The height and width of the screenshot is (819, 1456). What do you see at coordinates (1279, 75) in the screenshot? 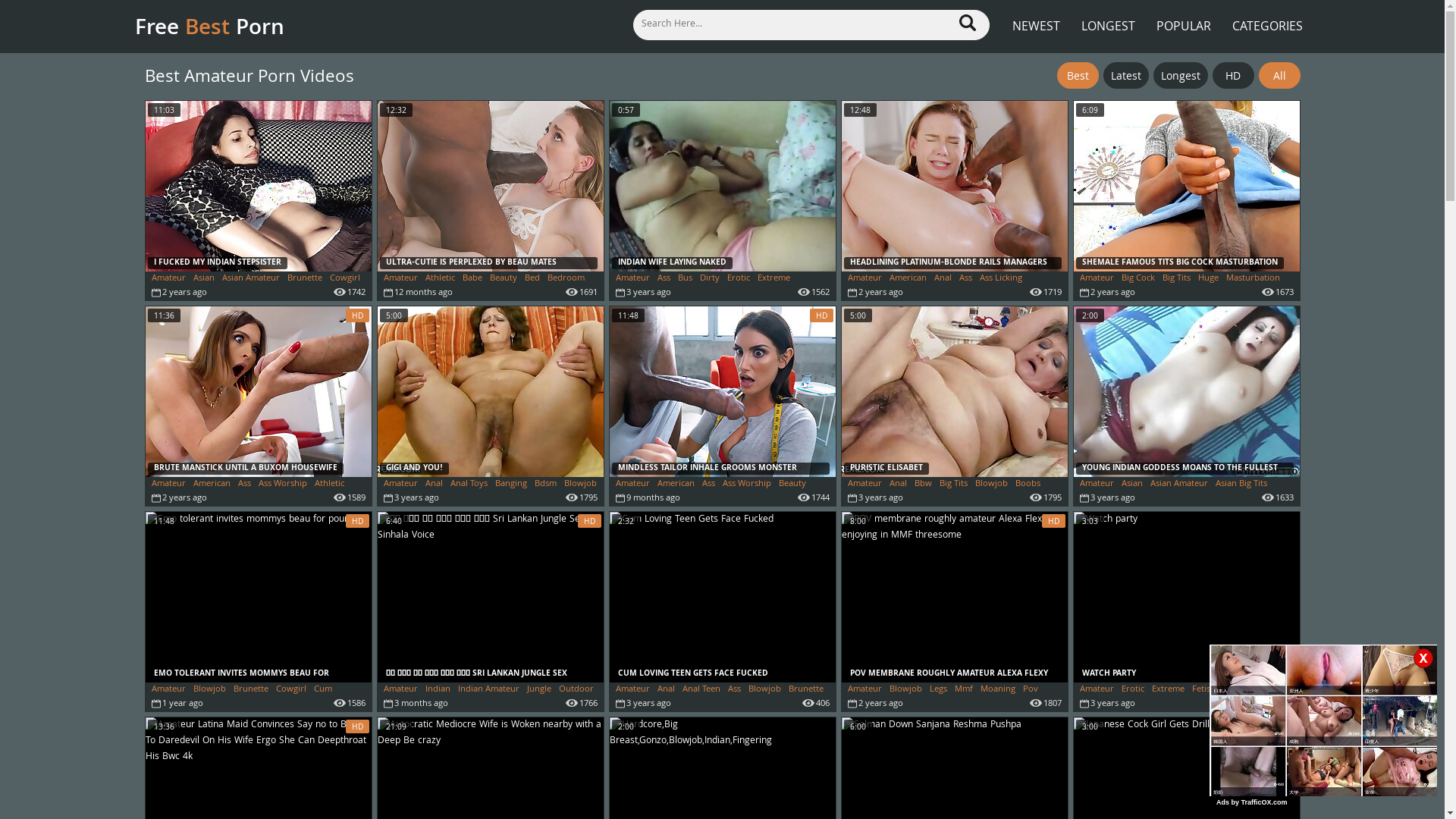
I see `'All'` at bounding box center [1279, 75].